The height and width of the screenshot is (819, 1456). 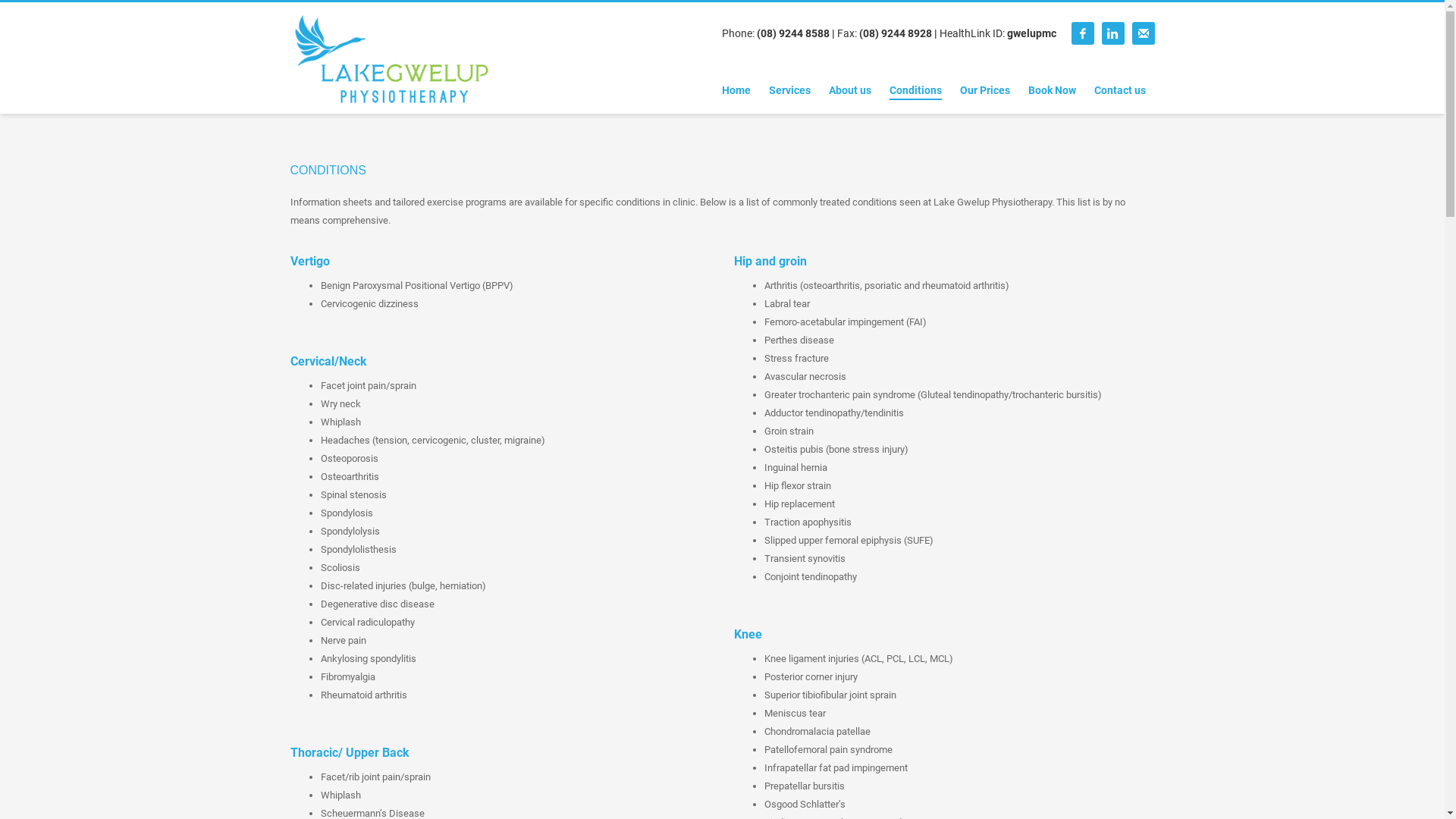 What do you see at coordinates (818, 90) in the screenshot?
I see `'About us'` at bounding box center [818, 90].